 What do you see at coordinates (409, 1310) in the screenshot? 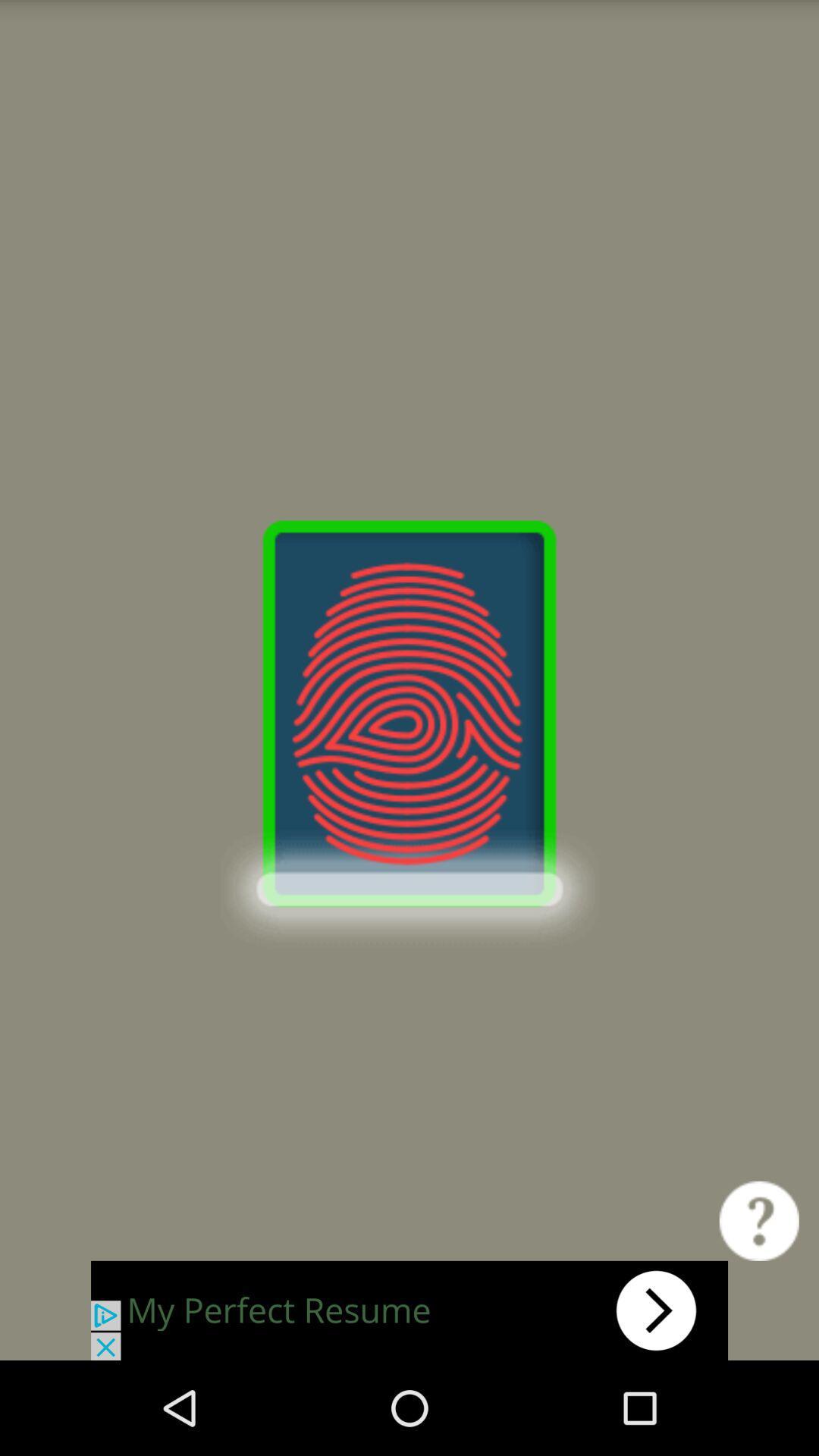
I see `make advertisement` at bounding box center [409, 1310].